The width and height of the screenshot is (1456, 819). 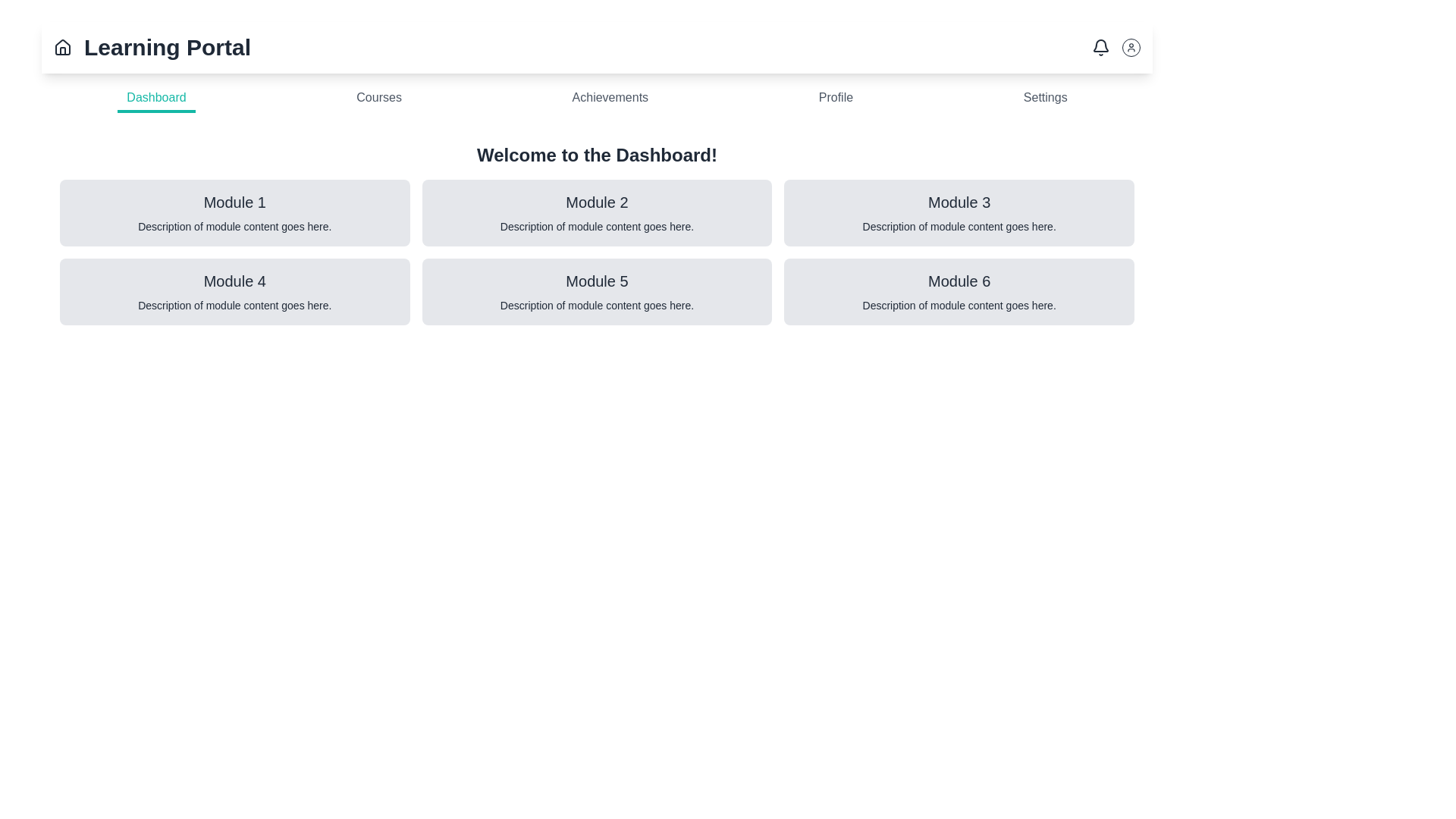 What do you see at coordinates (596, 99) in the screenshot?
I see `the Horizontal Navigation Bar` at bounding box center [596, 99].